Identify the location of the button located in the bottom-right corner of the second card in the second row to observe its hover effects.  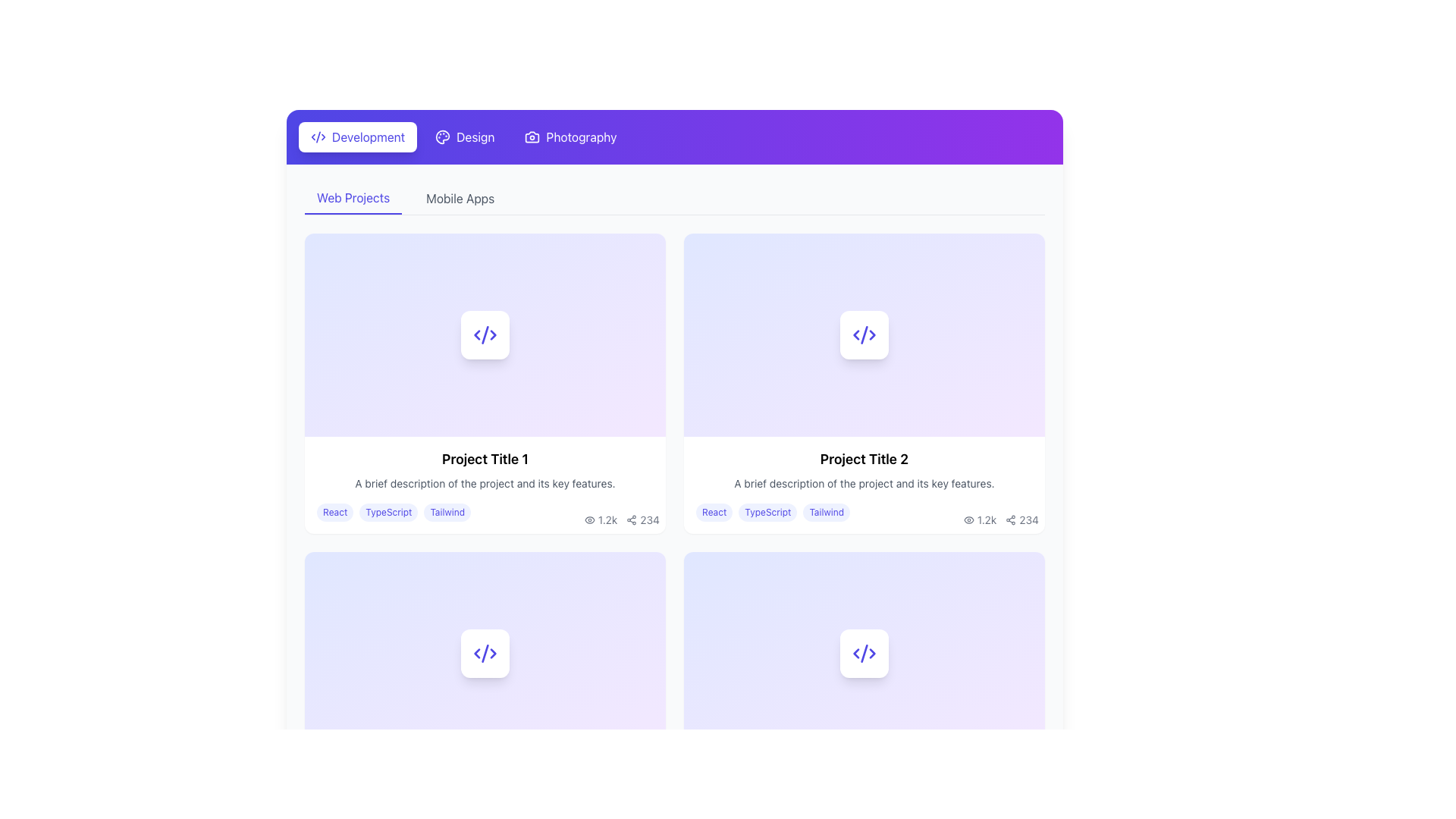
(996, 570).